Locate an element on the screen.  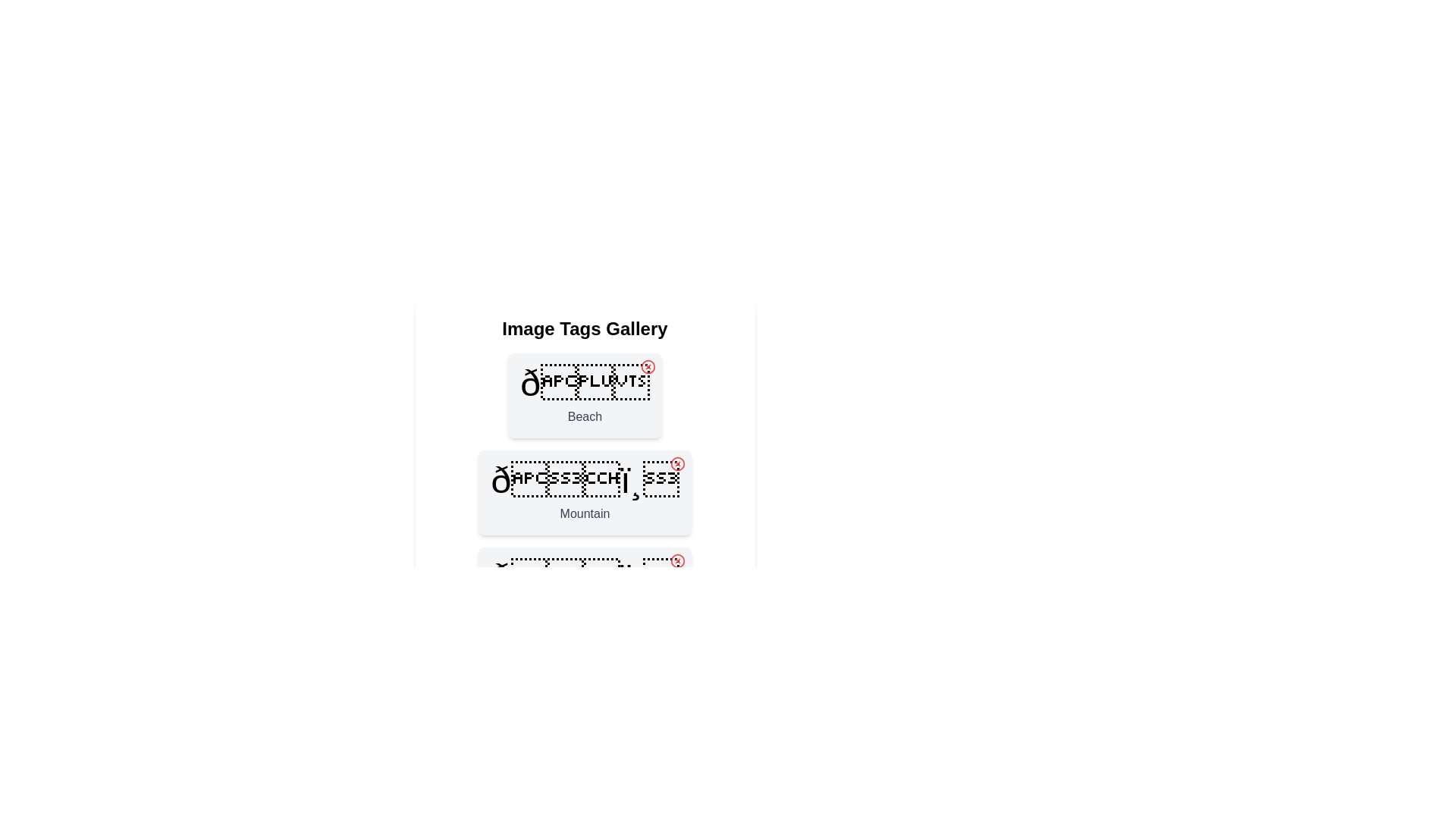
the emoji associated with the tag Beach is located at coordinates (584, 382).